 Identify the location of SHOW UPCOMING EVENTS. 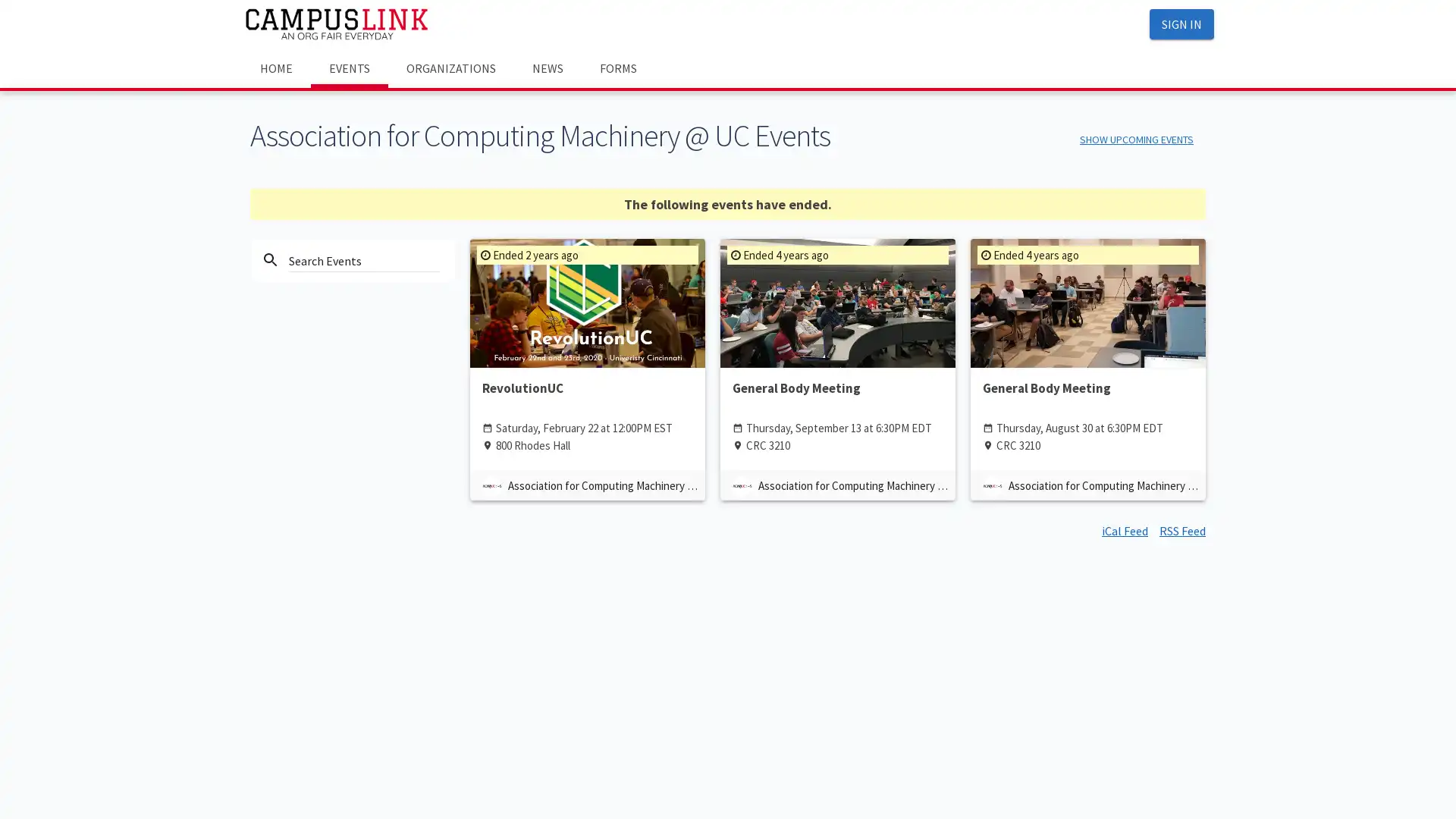
(1136, 139).